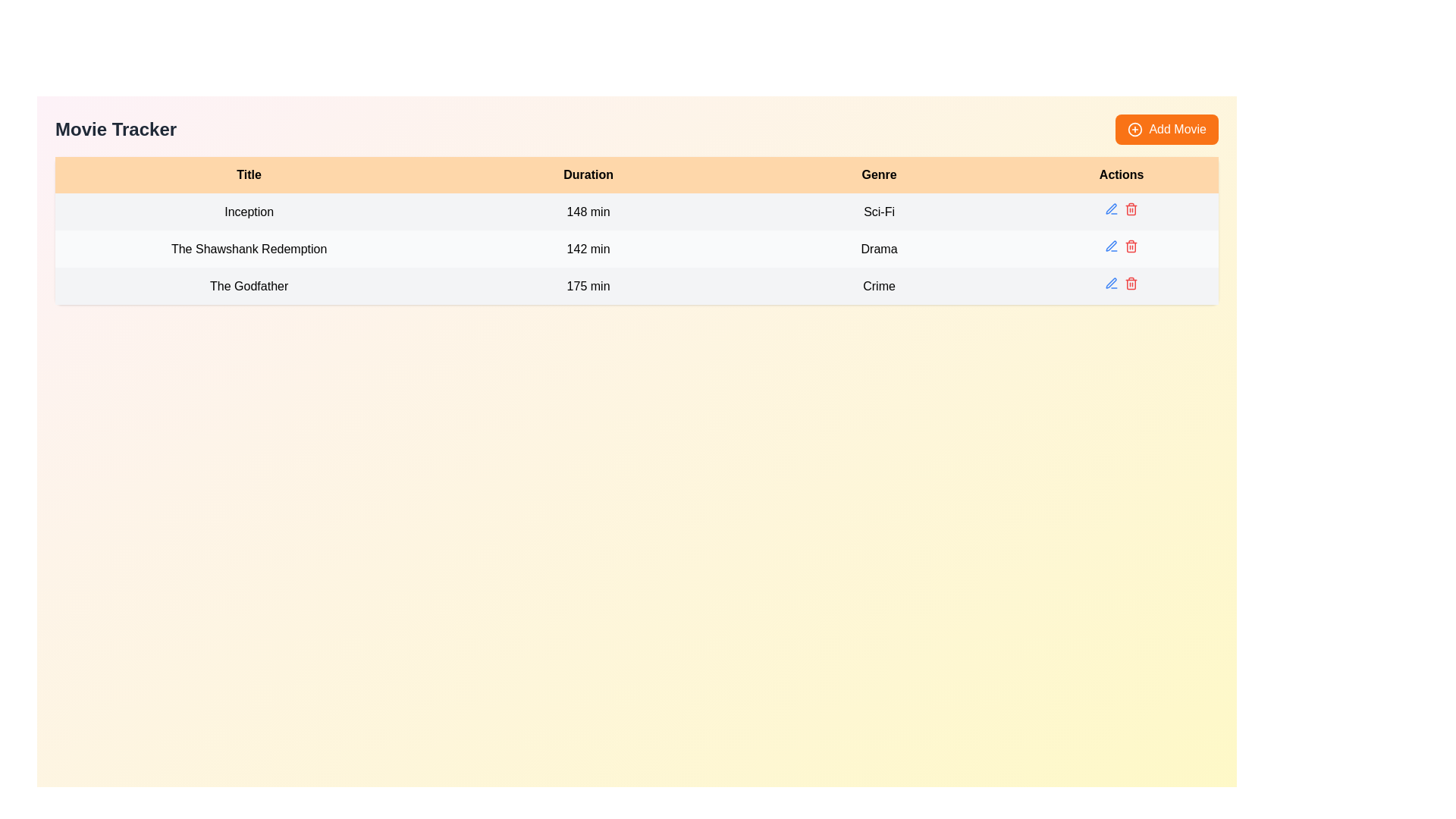  Describe the element at coordinates (249, 286) in the screenshot. I see `the static text label displaying the title of the movie 'The Godfather' located in the third row under the 'Title' column of the movie list` at that location.